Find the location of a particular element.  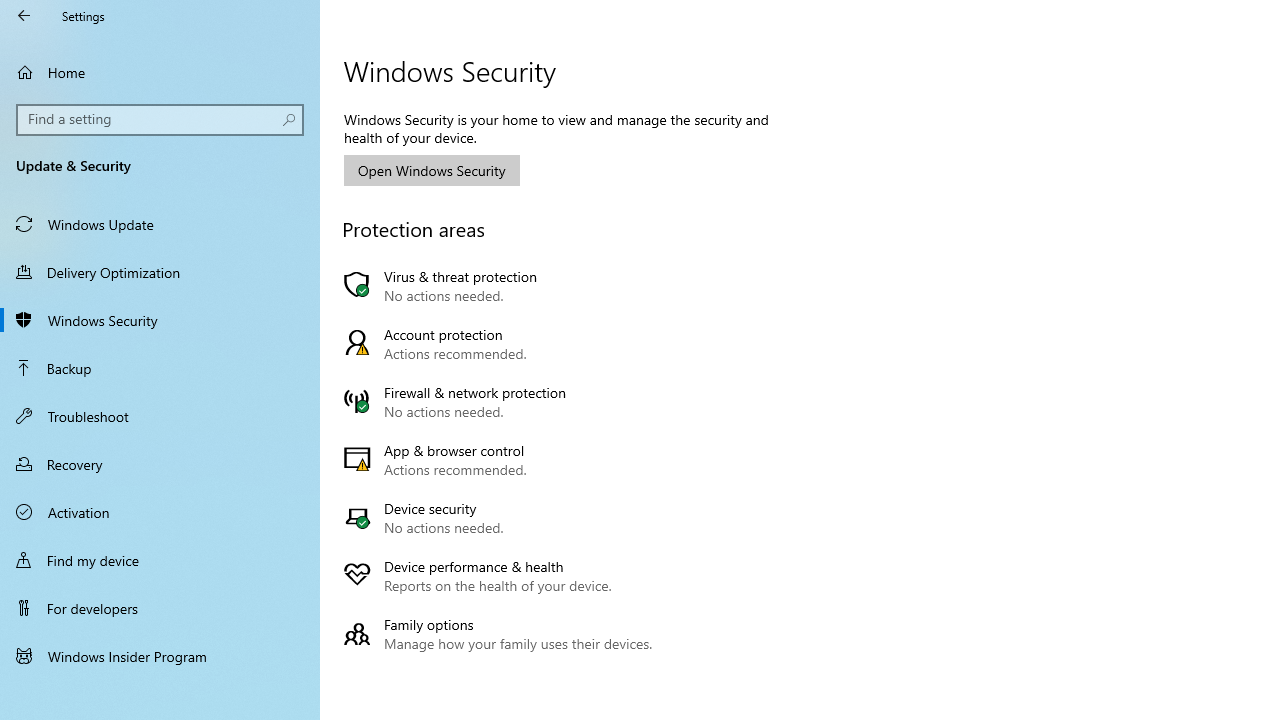

'App & browser control Actions recommended.' is located at coordinates (503, 460).